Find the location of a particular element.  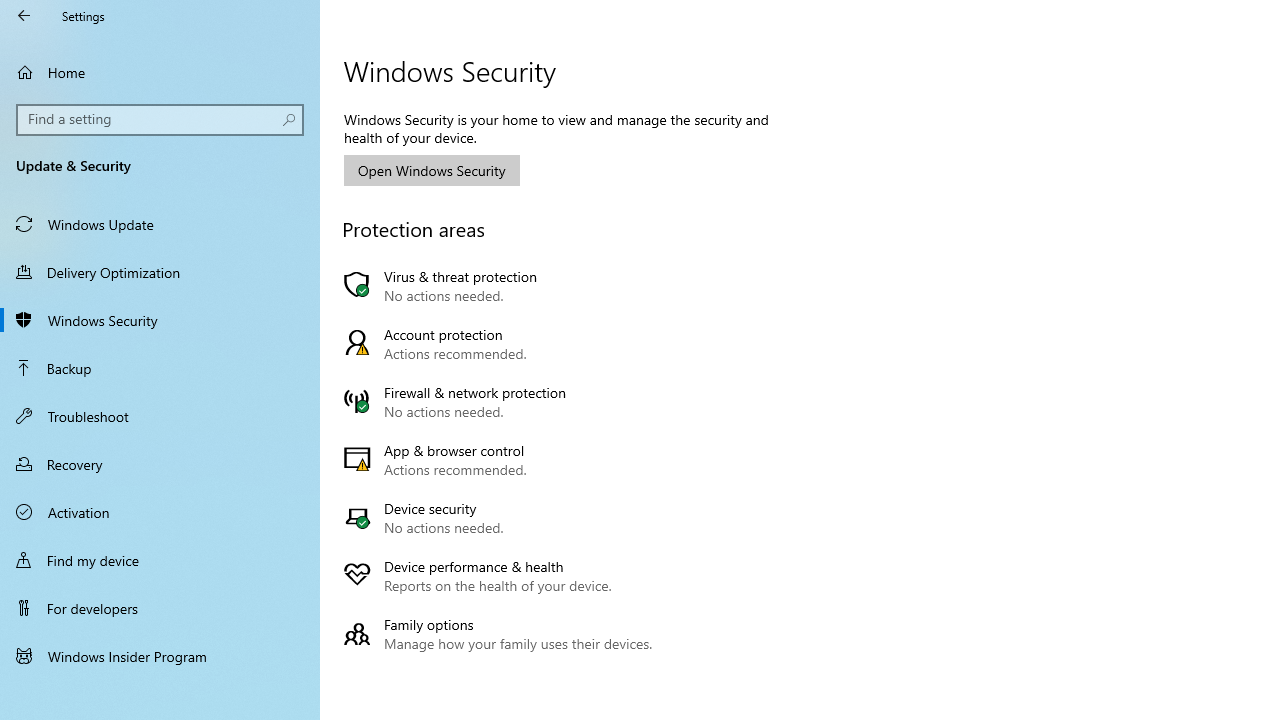

'App & browser control Actions recommended.' is located at coordinates (503, 460).